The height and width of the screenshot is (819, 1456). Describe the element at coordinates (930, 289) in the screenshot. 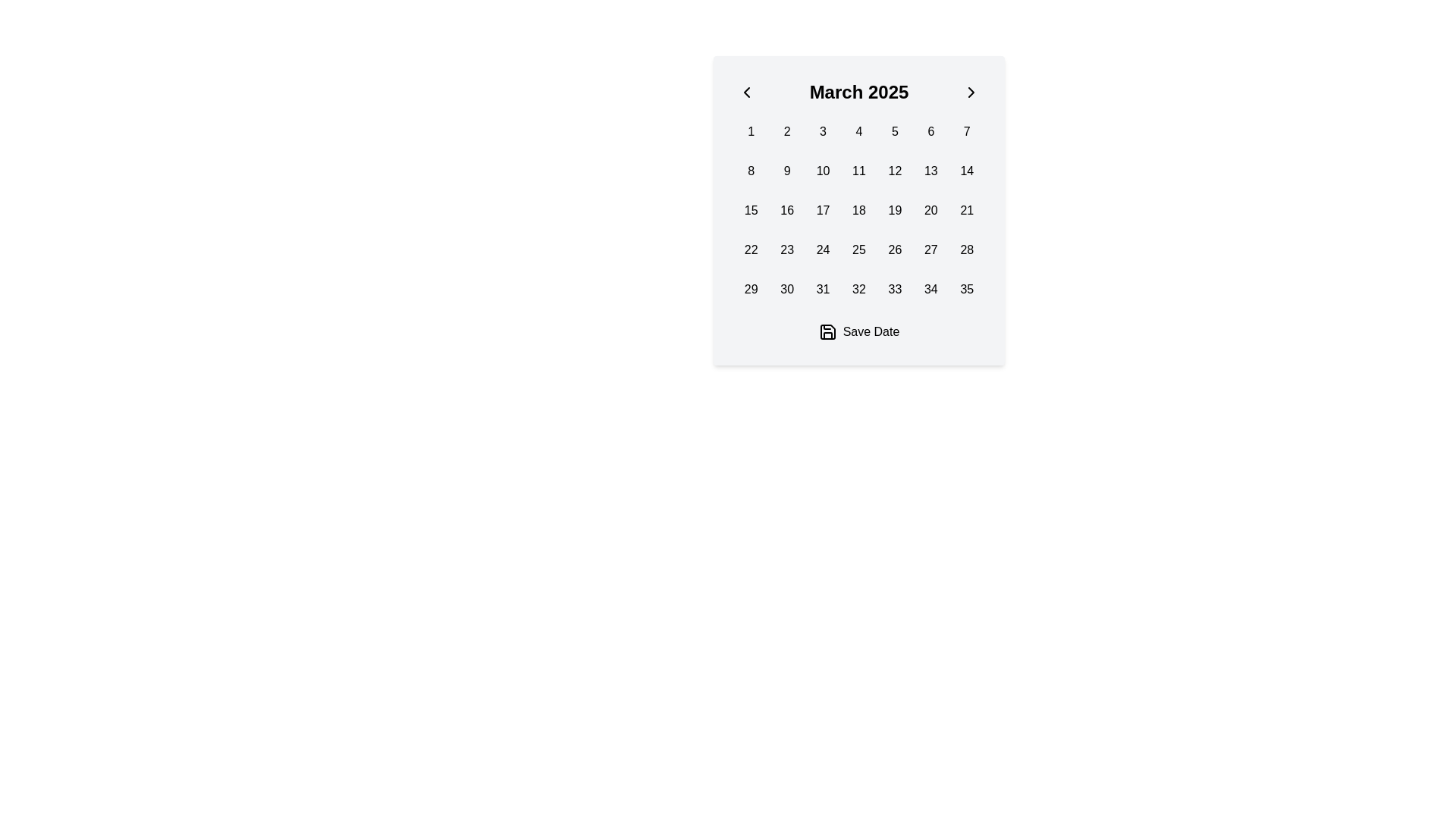

I see `the rectangular button displaying the number '34' in bold, located in the sixth column of the sixth row in the calendar grid` at that location.